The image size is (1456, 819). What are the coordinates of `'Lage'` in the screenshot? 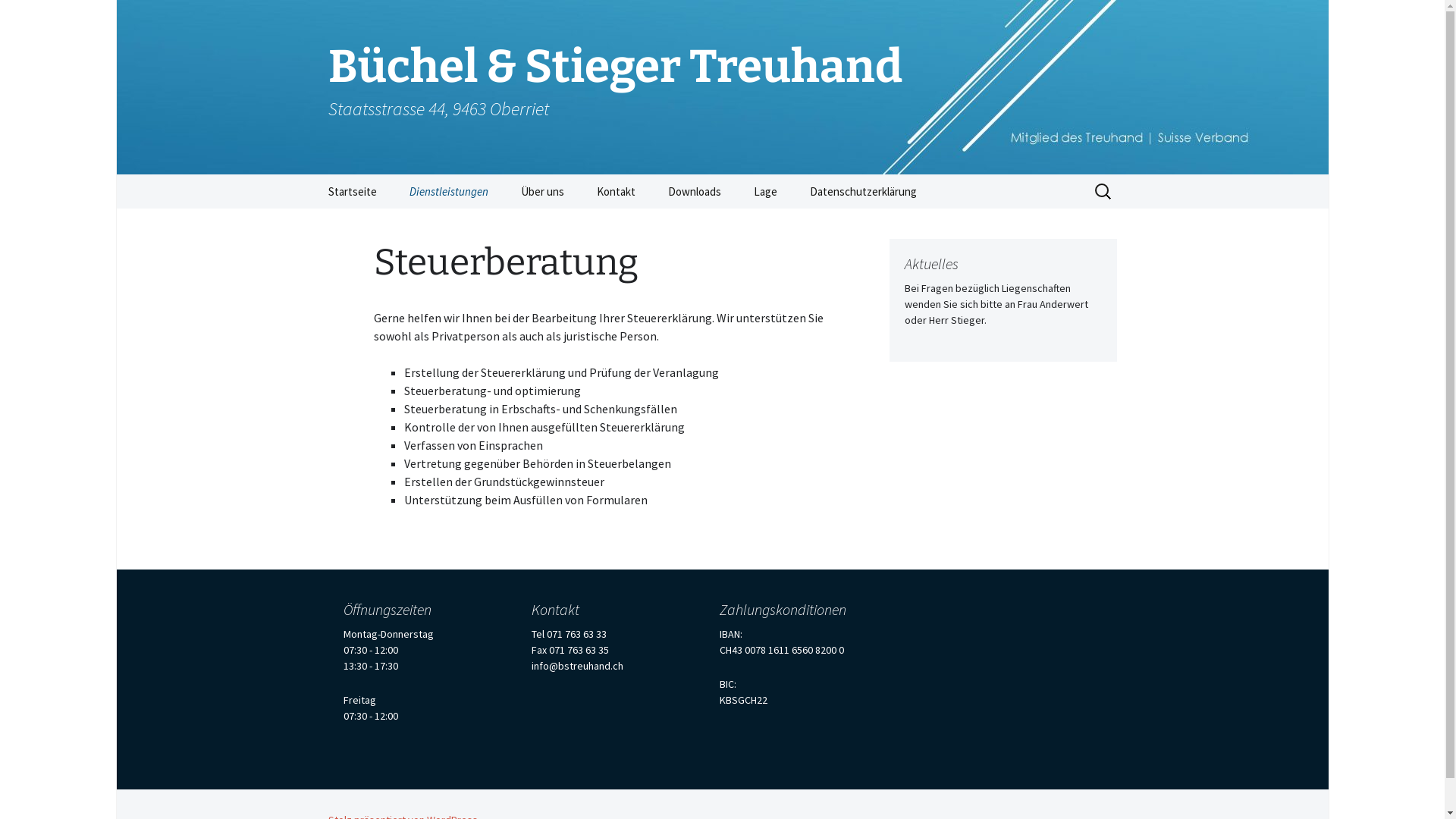 It's located at (765, 190).